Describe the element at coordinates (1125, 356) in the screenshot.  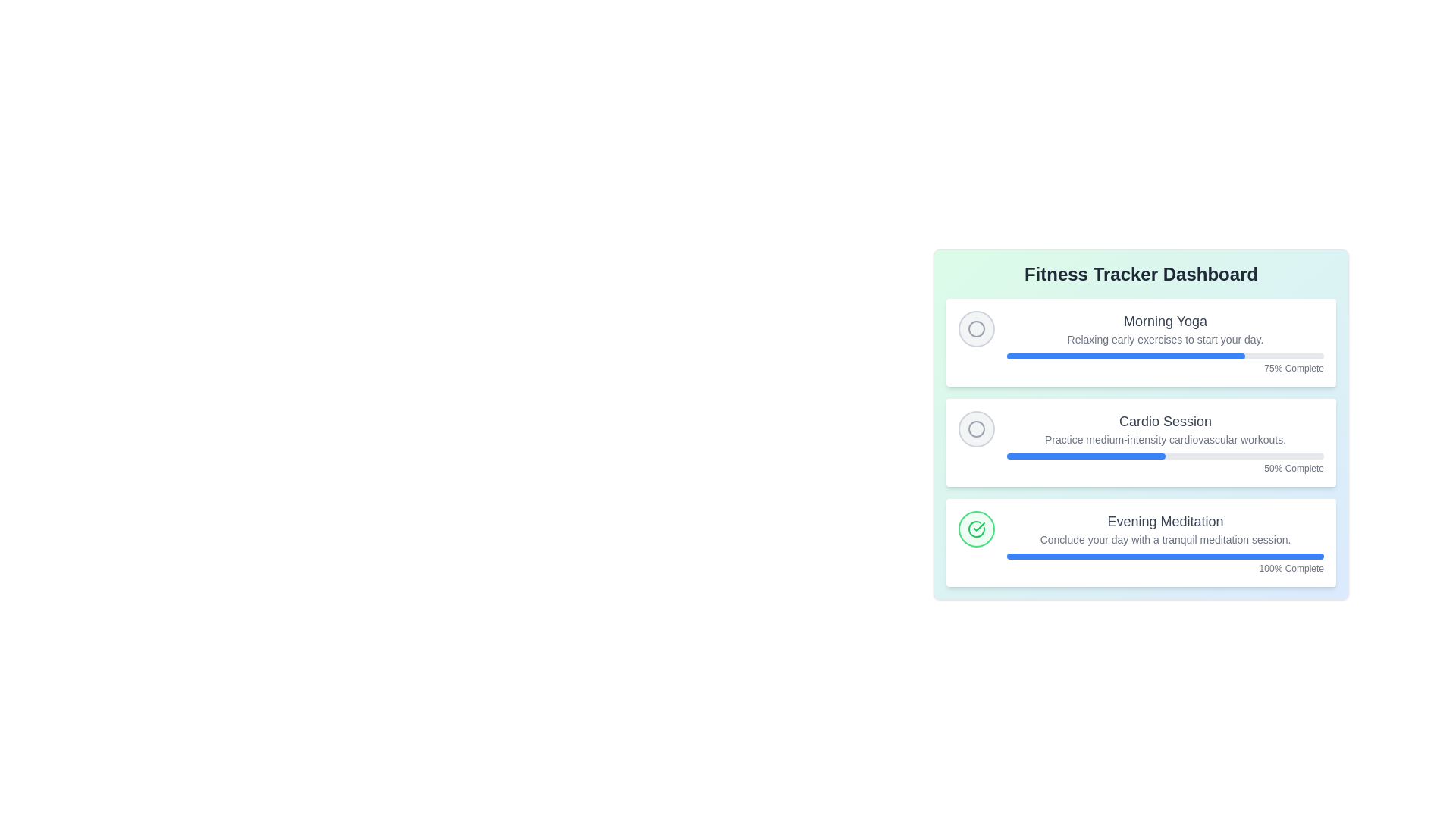
I see `the blue filled progress indicator within the gray progress bar under the 'Morning Yoga' section in the 'Fitness Tracker Dashboard'` at that location.